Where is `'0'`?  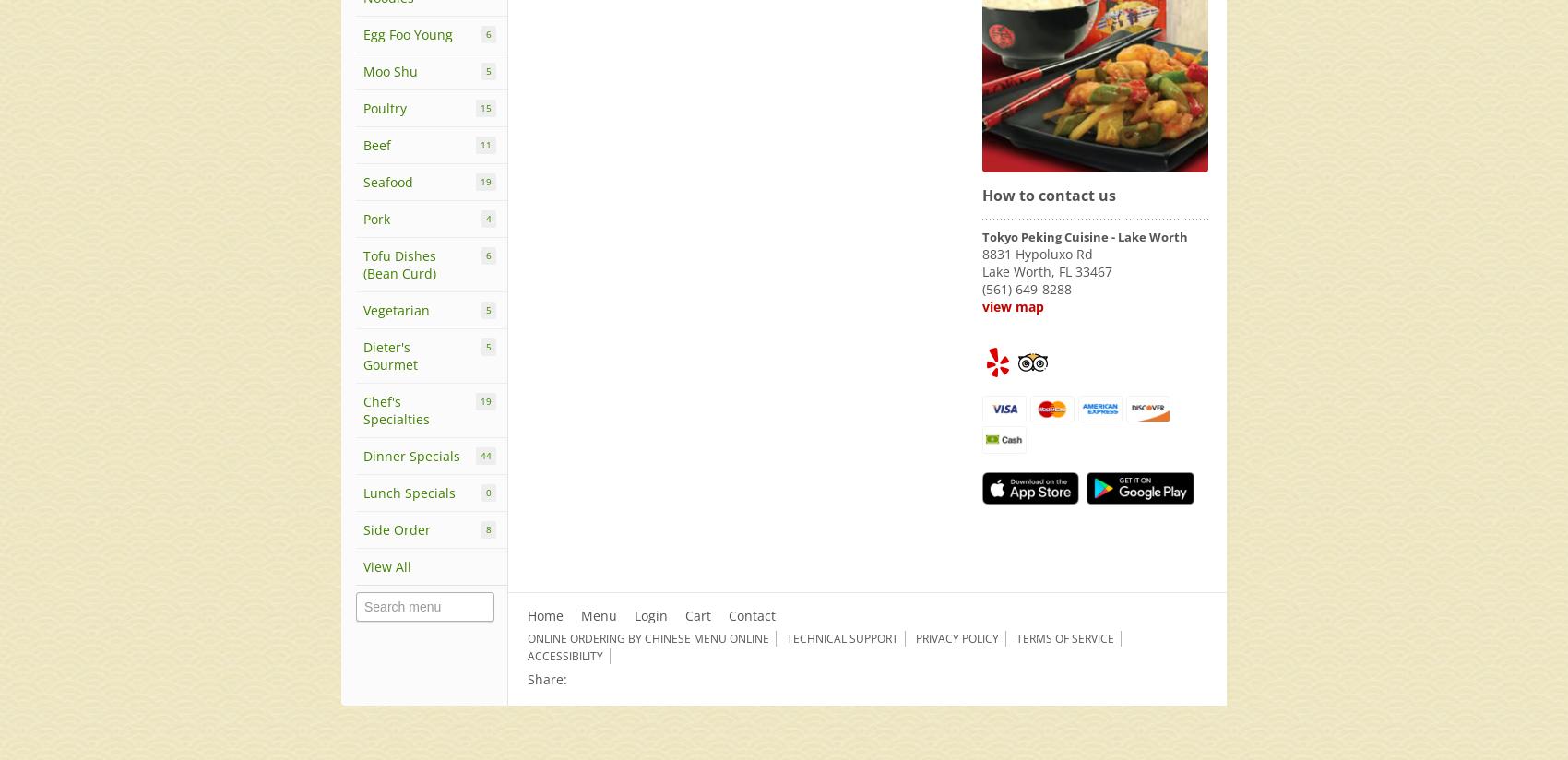
'0' is located at coordinates (488, 493).